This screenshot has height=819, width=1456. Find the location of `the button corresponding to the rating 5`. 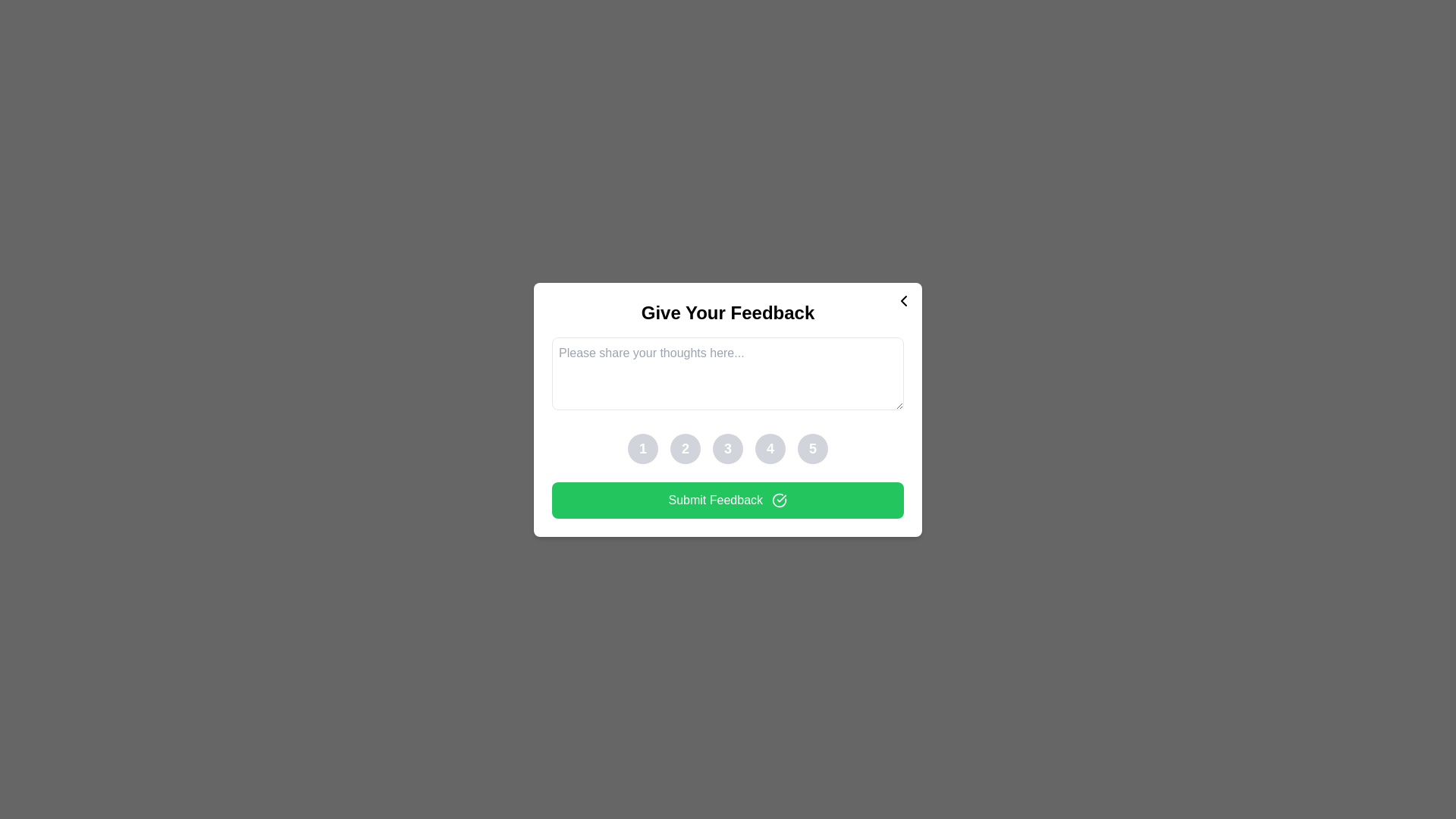

the button corresponding to the rating 5 is located at coordinates (811, 447).